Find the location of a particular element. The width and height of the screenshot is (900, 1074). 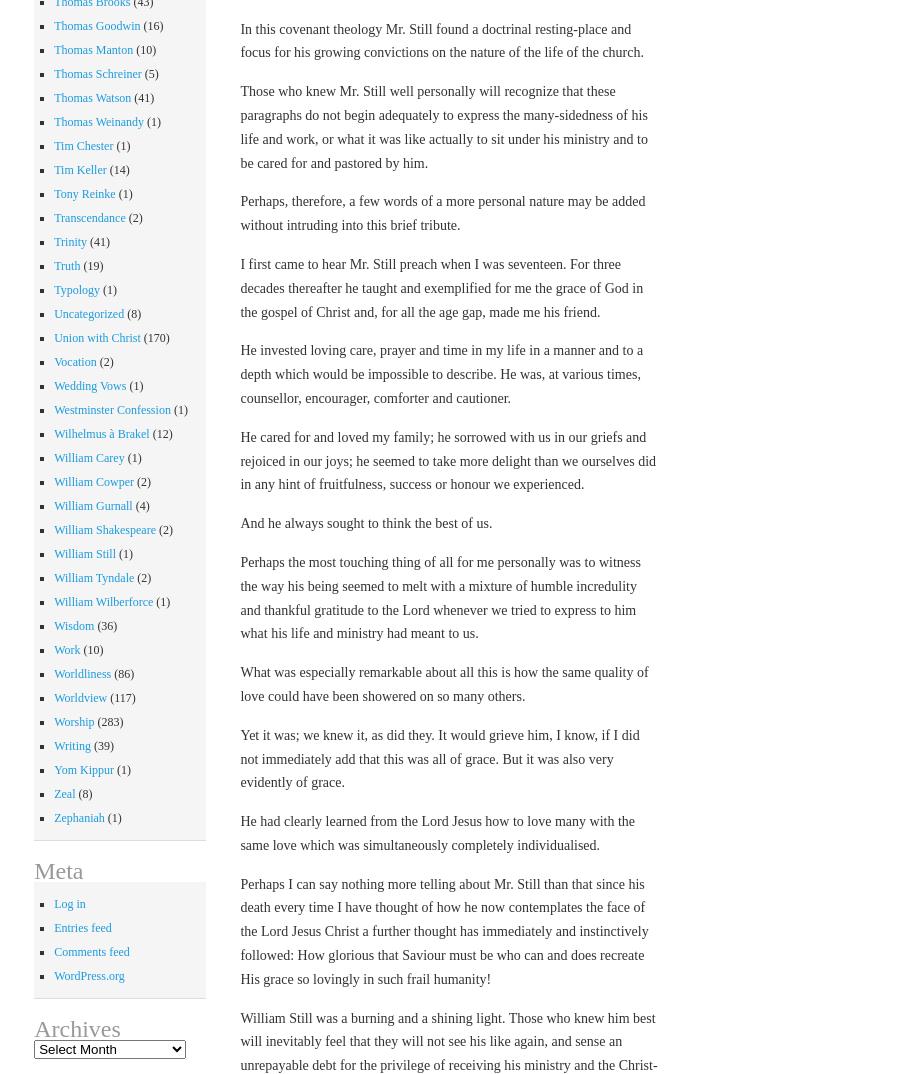

'William Tyndale' is located at coordinates (92, 575).